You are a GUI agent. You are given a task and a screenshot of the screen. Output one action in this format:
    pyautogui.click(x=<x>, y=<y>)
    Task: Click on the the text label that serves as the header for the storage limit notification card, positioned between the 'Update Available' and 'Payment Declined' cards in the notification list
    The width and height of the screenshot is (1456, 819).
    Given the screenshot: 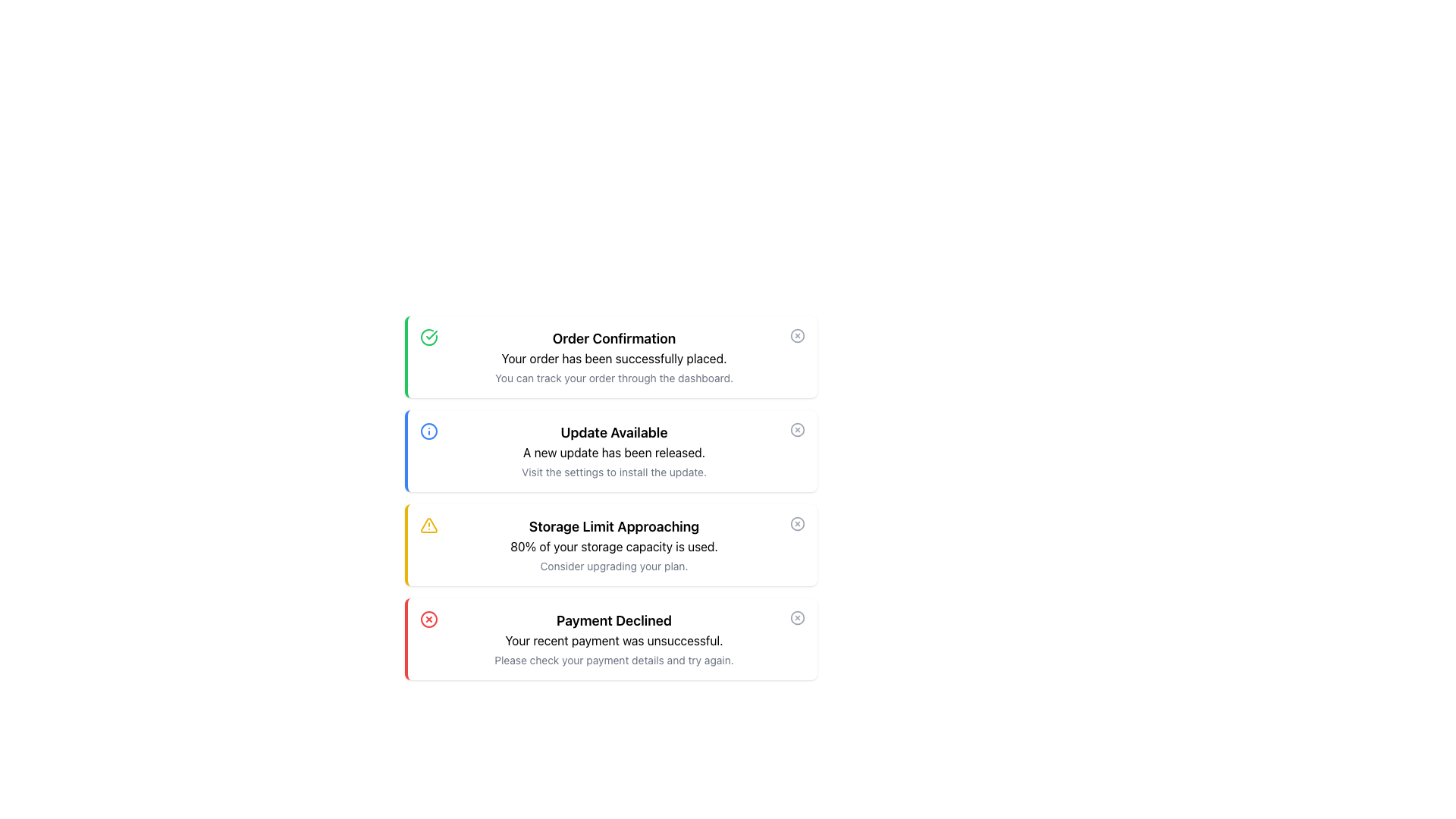 What is the action you would take?
    pyautogui.click(x=614, y=526)
    